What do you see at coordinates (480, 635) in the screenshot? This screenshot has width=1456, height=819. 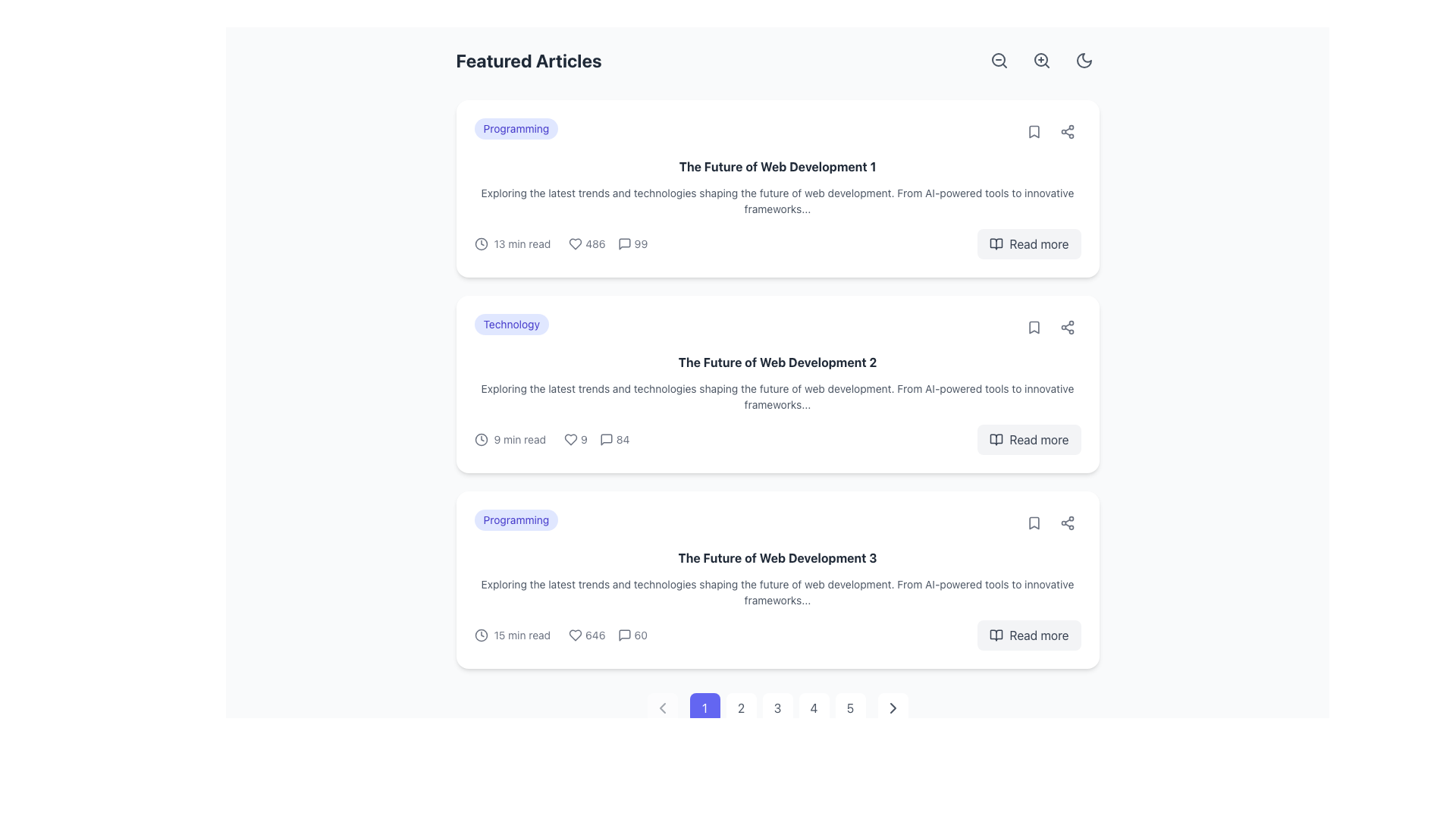 I see `the small gray clock icon located at the lower-left corner of the card for 'The Future of Web Development 3', which is part of the '15 min read' text` at bounding box center [480, 635].